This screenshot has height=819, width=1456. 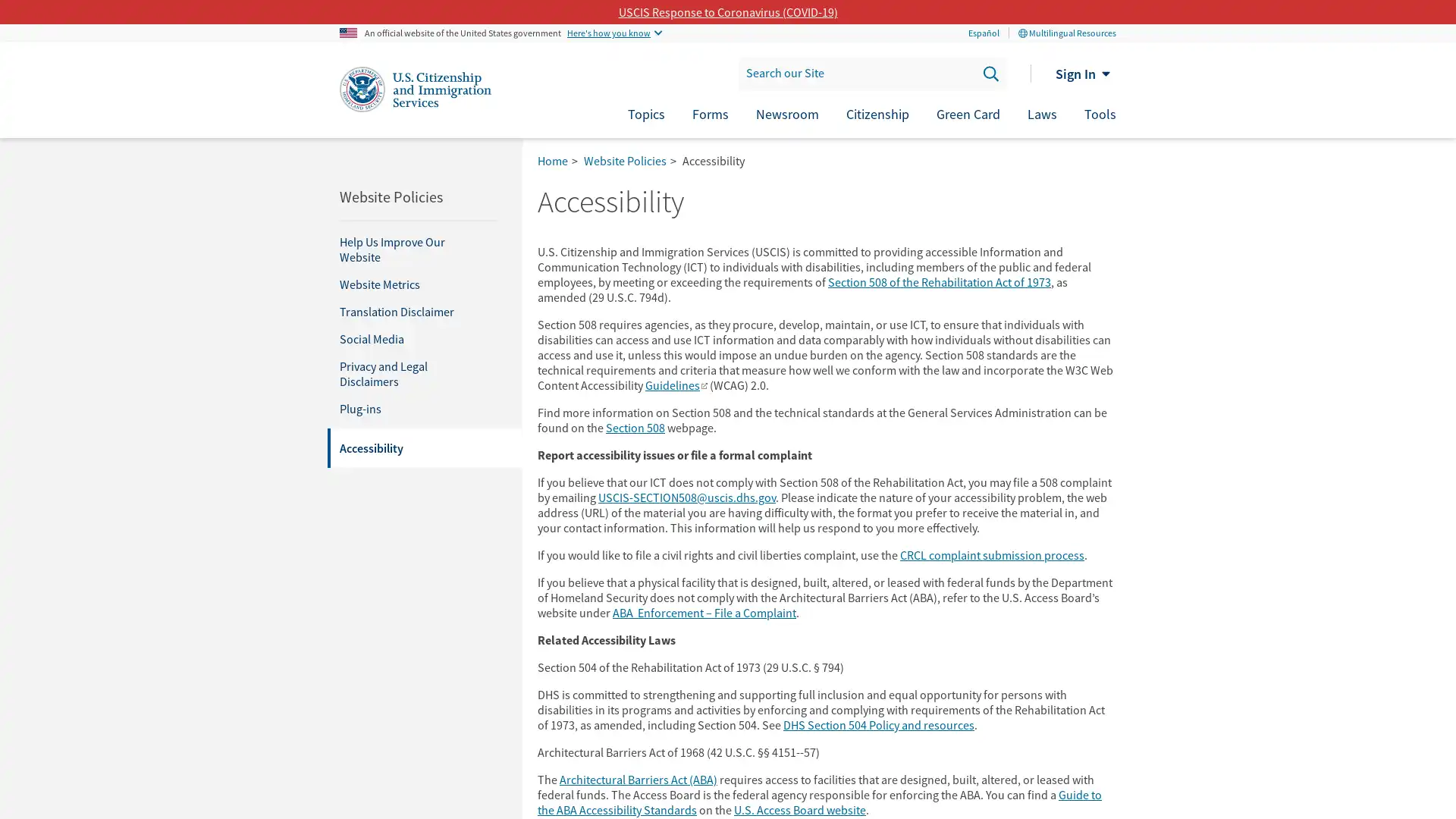 What do you see at coordinates (990, 73) in the screenshot?
I see `Search` at bounding box center [990, 73].